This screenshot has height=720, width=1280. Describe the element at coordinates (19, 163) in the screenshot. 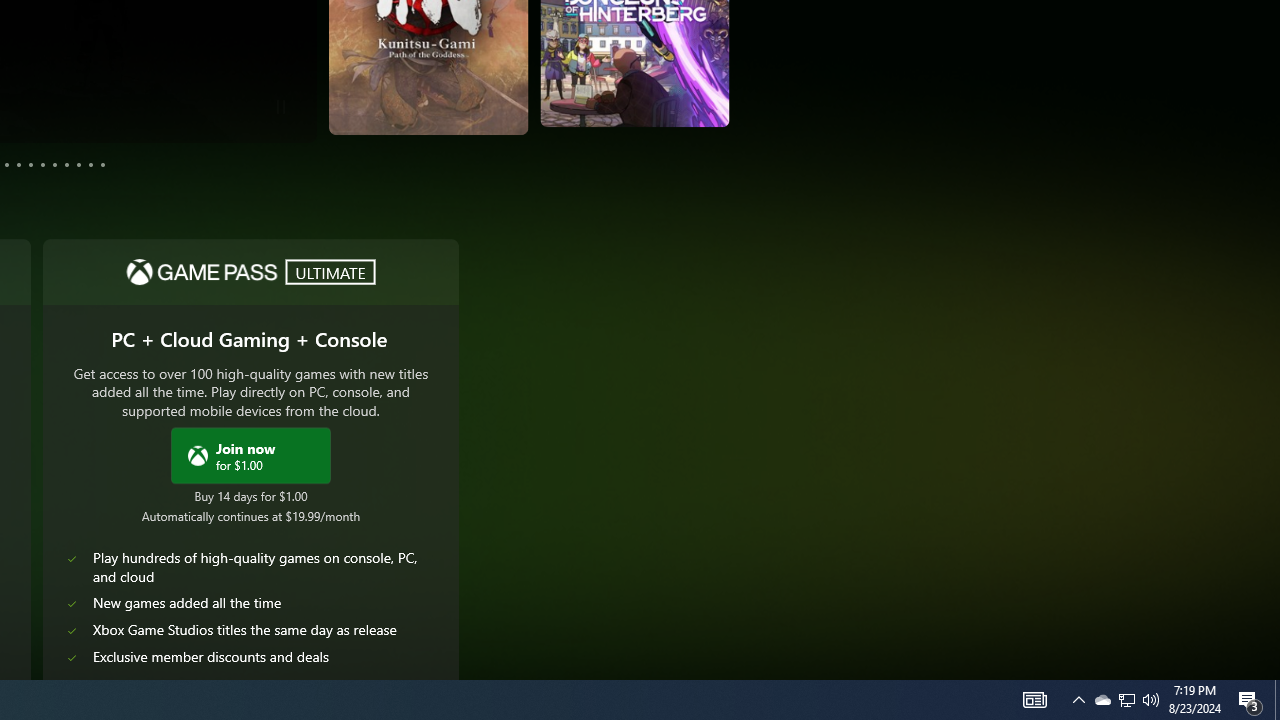

I see `'Page 5'` at that location.